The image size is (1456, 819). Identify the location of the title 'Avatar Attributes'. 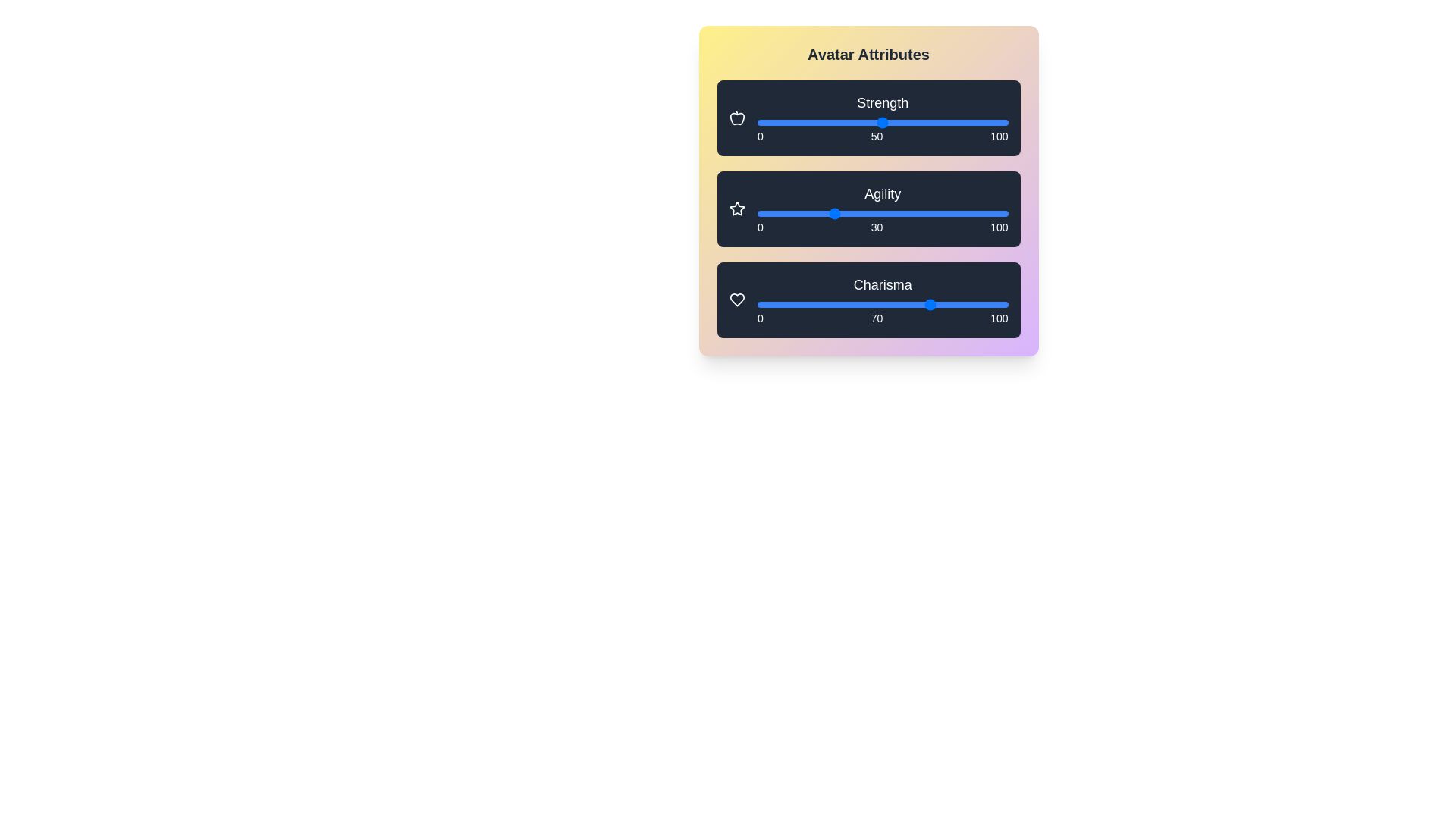
(868, 54).